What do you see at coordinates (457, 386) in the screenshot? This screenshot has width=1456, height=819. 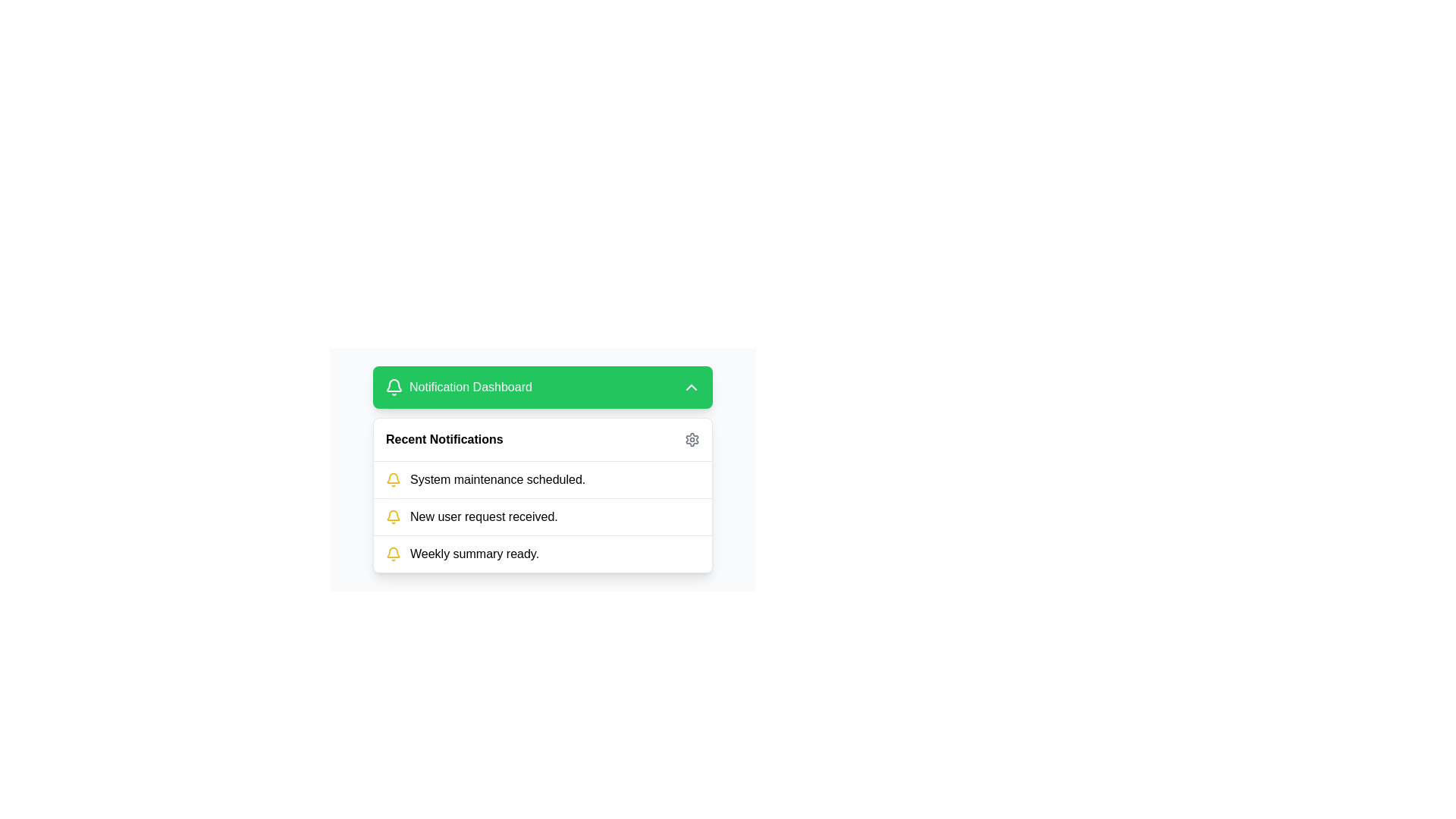 I see `displayed text of the Notification Dashboard header, which includes a bell icon and the text 'Notification Dashboard'` at bounding box center [457, 386].